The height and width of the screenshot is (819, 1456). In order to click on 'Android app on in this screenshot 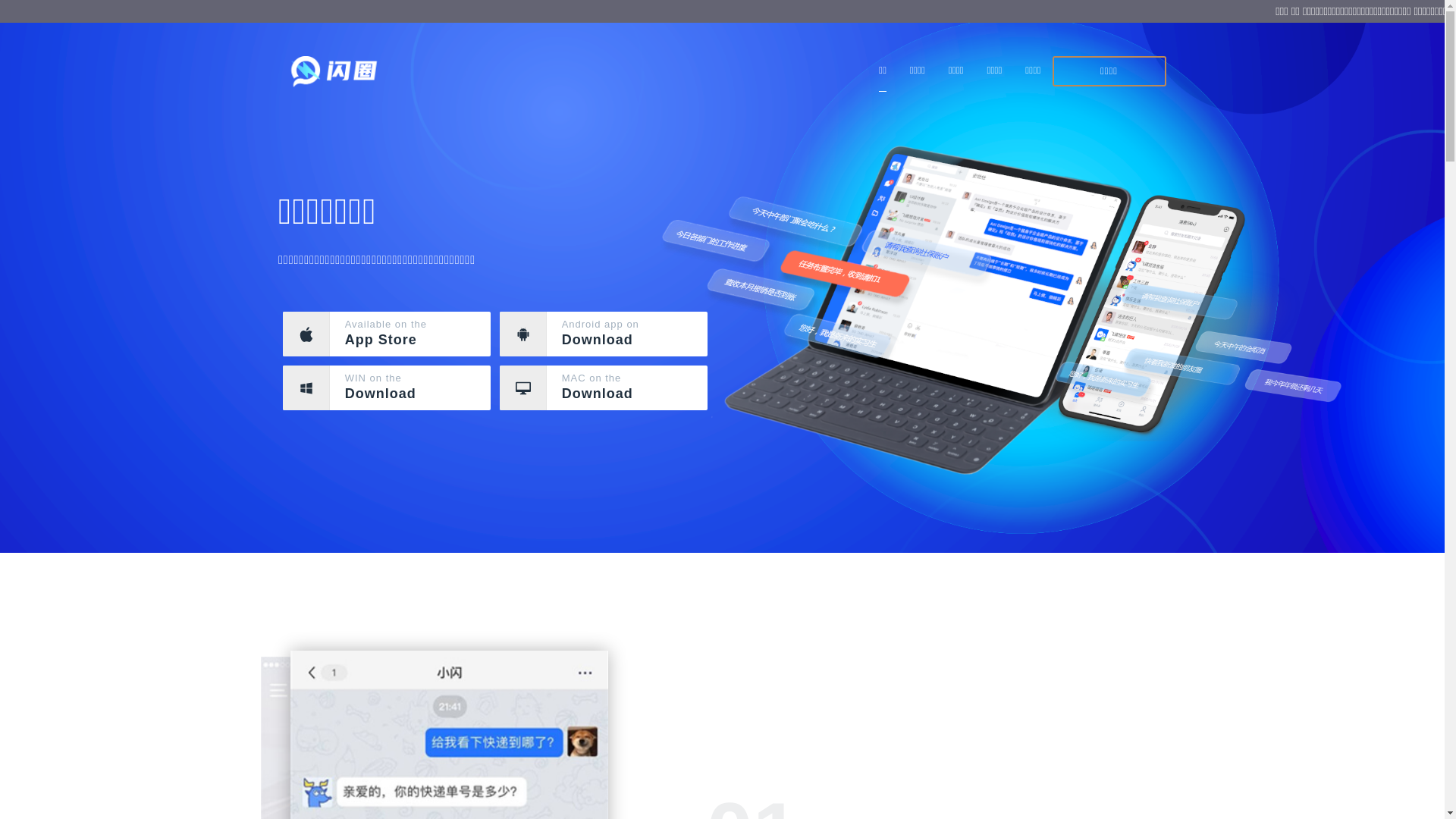, I will do `click(603, 333)`.